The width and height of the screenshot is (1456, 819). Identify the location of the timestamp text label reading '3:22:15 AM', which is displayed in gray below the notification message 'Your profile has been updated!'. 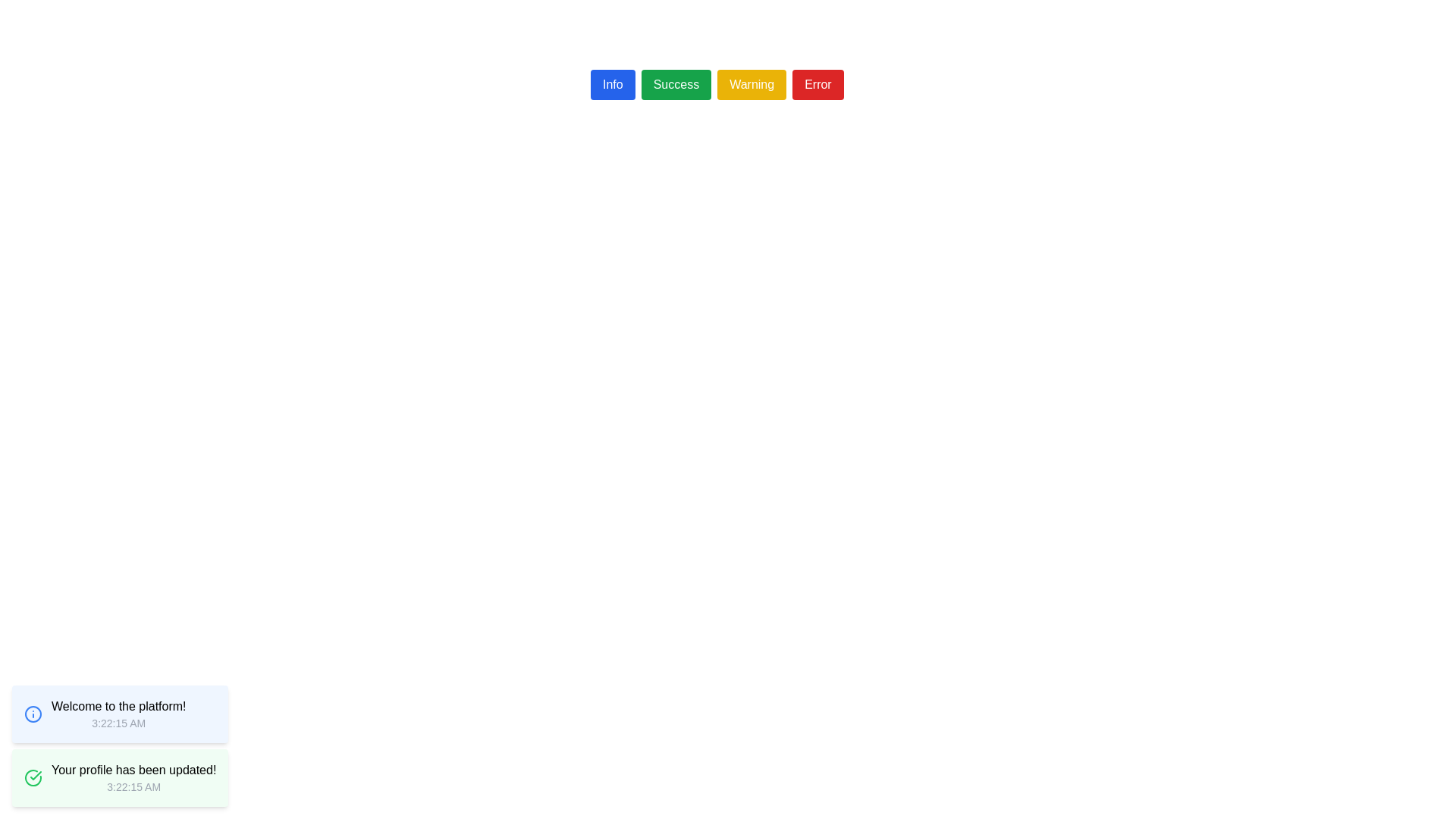
(133, 786).